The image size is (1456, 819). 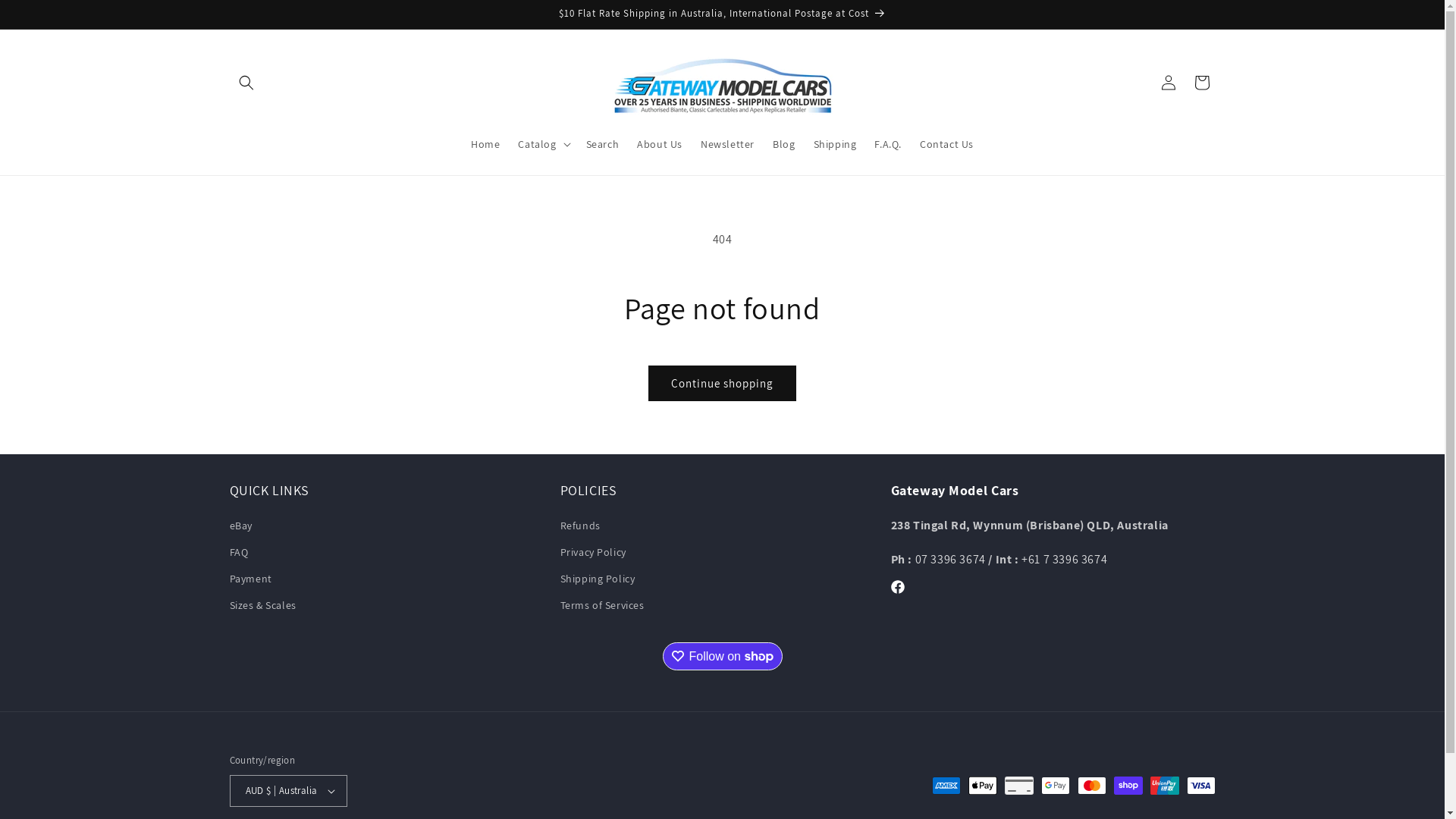 What do you see at coordinates (228, 604) in the screenshot?
I see `'Sizes & Scales'` at bounding box center [228, 604].